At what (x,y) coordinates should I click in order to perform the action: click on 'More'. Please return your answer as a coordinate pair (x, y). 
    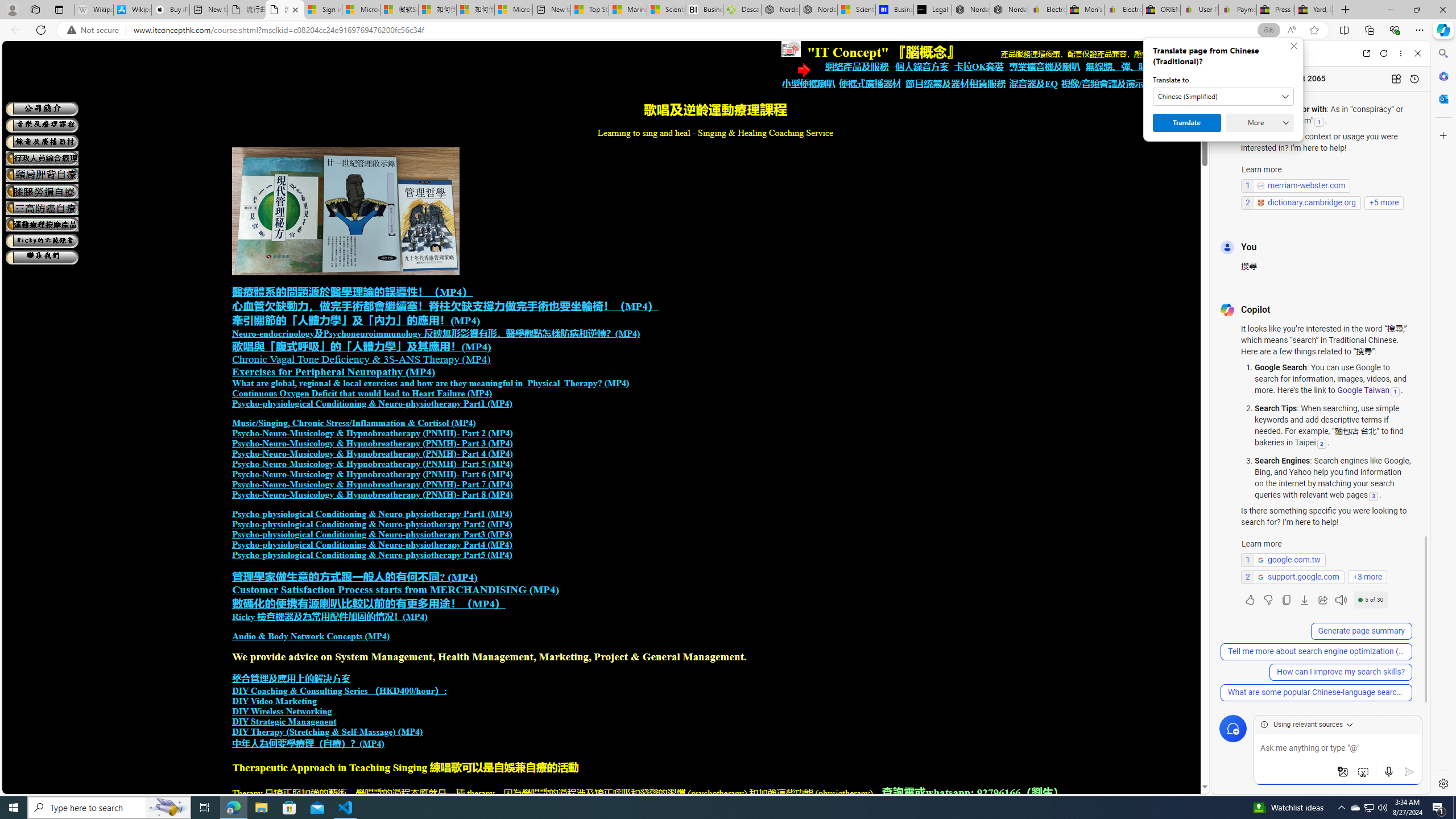
    Looking at the image, I should click on (1259, 122).